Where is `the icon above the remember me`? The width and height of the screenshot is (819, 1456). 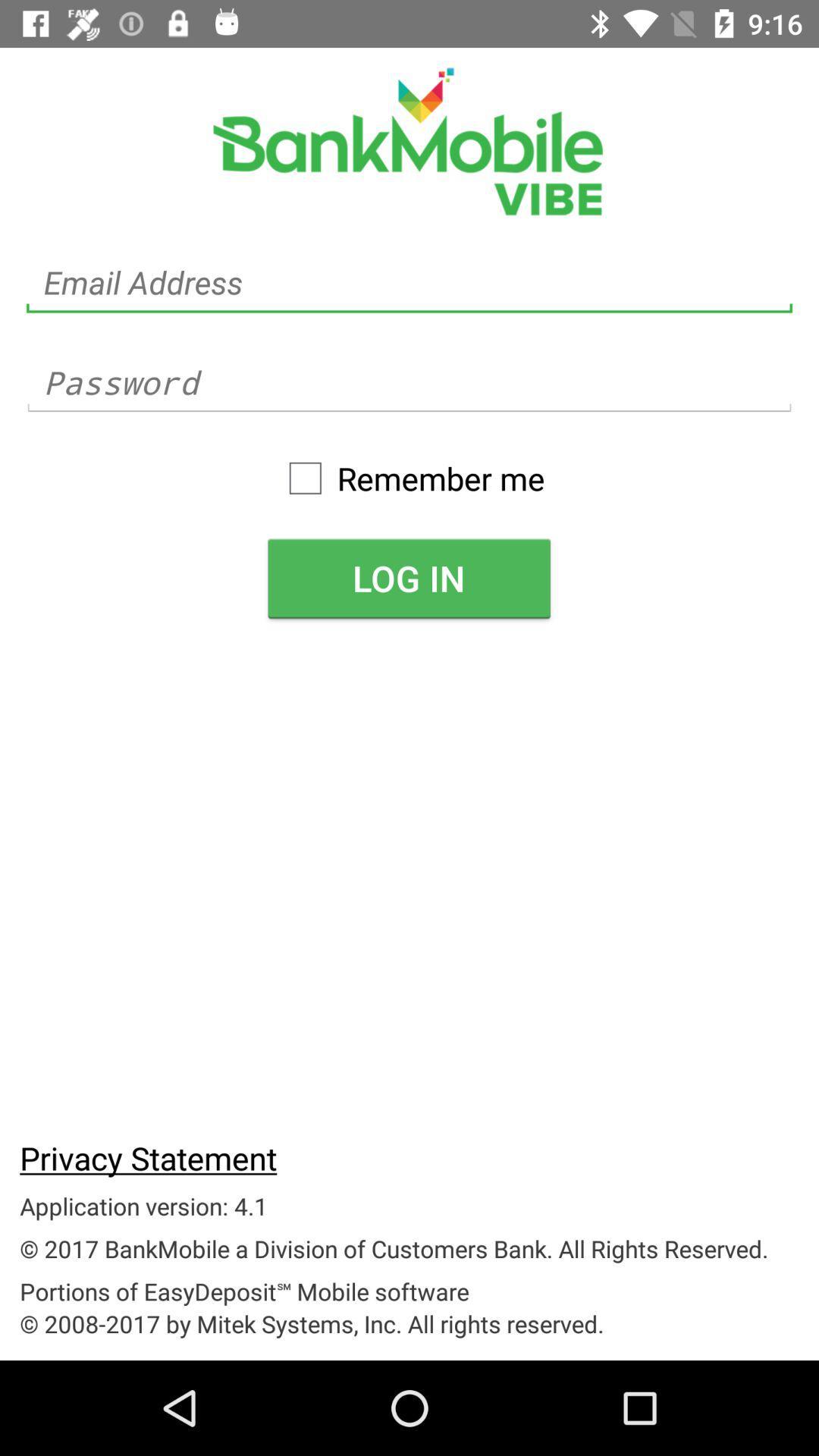
the icon above the remember me is located at coordinates (409, 383).